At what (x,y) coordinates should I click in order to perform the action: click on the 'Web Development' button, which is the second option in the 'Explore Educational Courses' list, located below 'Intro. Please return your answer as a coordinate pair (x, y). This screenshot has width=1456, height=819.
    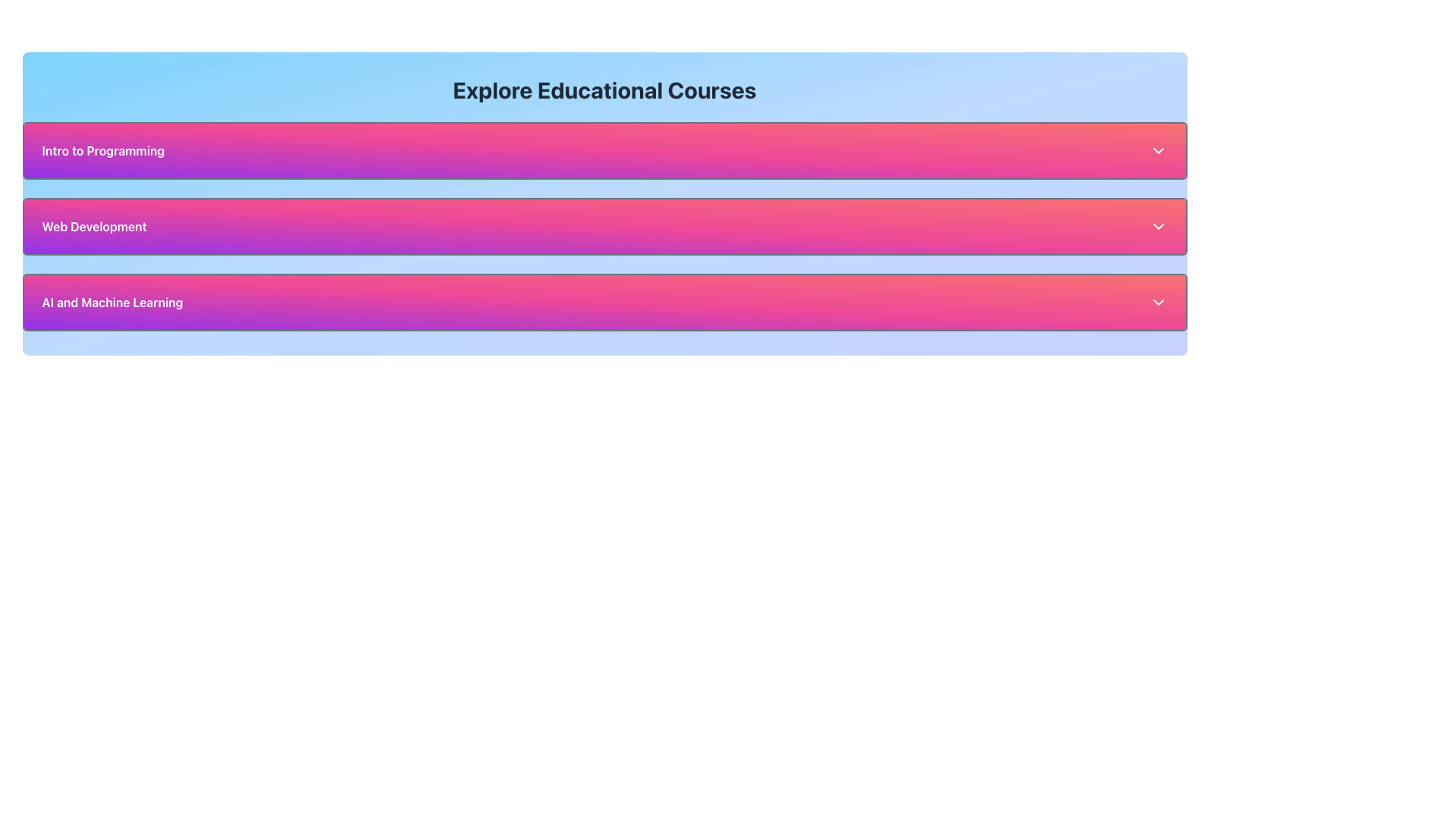
    Looking at the image, I should click on (604, 227).